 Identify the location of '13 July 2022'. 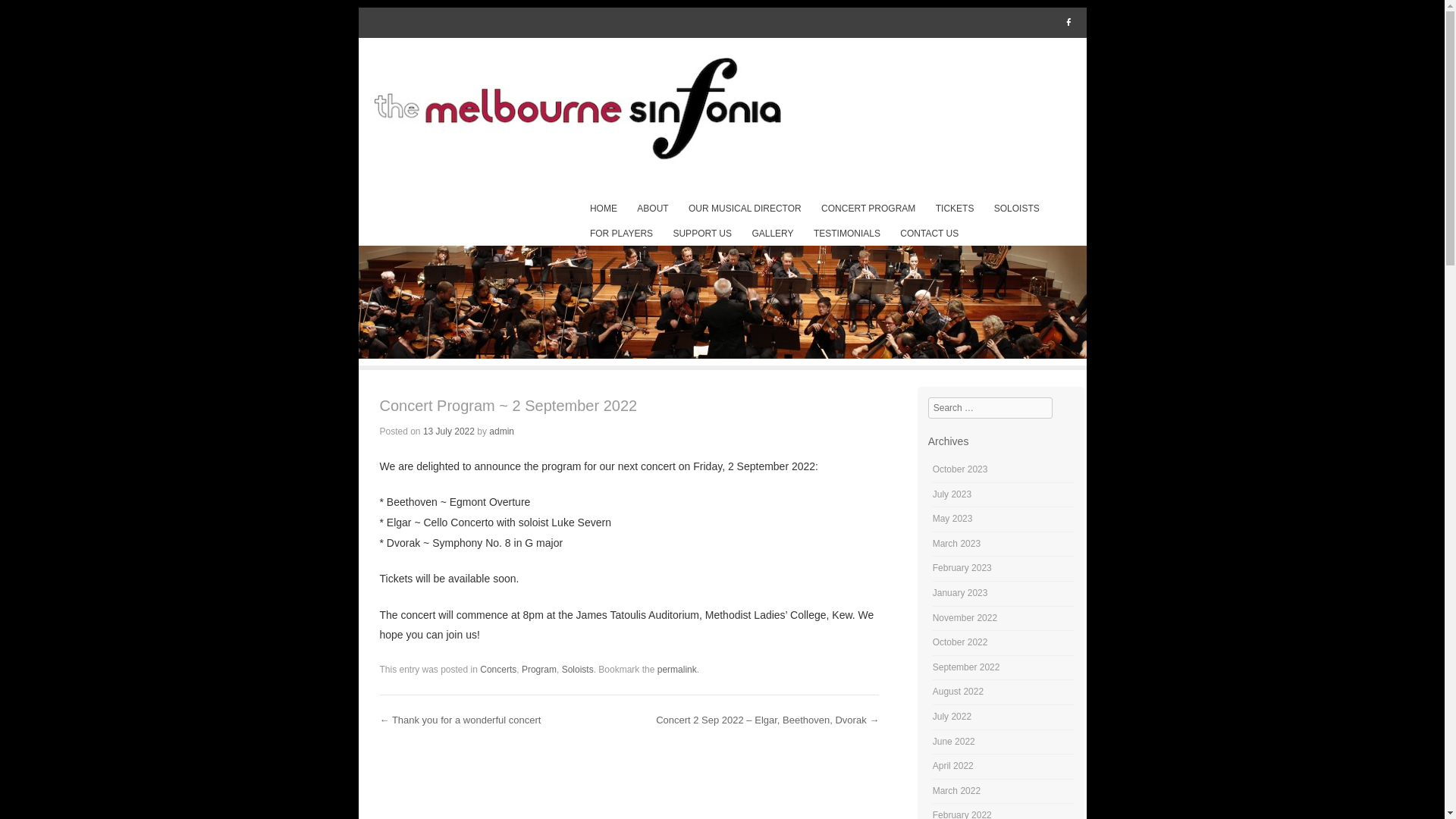
(447, 431).